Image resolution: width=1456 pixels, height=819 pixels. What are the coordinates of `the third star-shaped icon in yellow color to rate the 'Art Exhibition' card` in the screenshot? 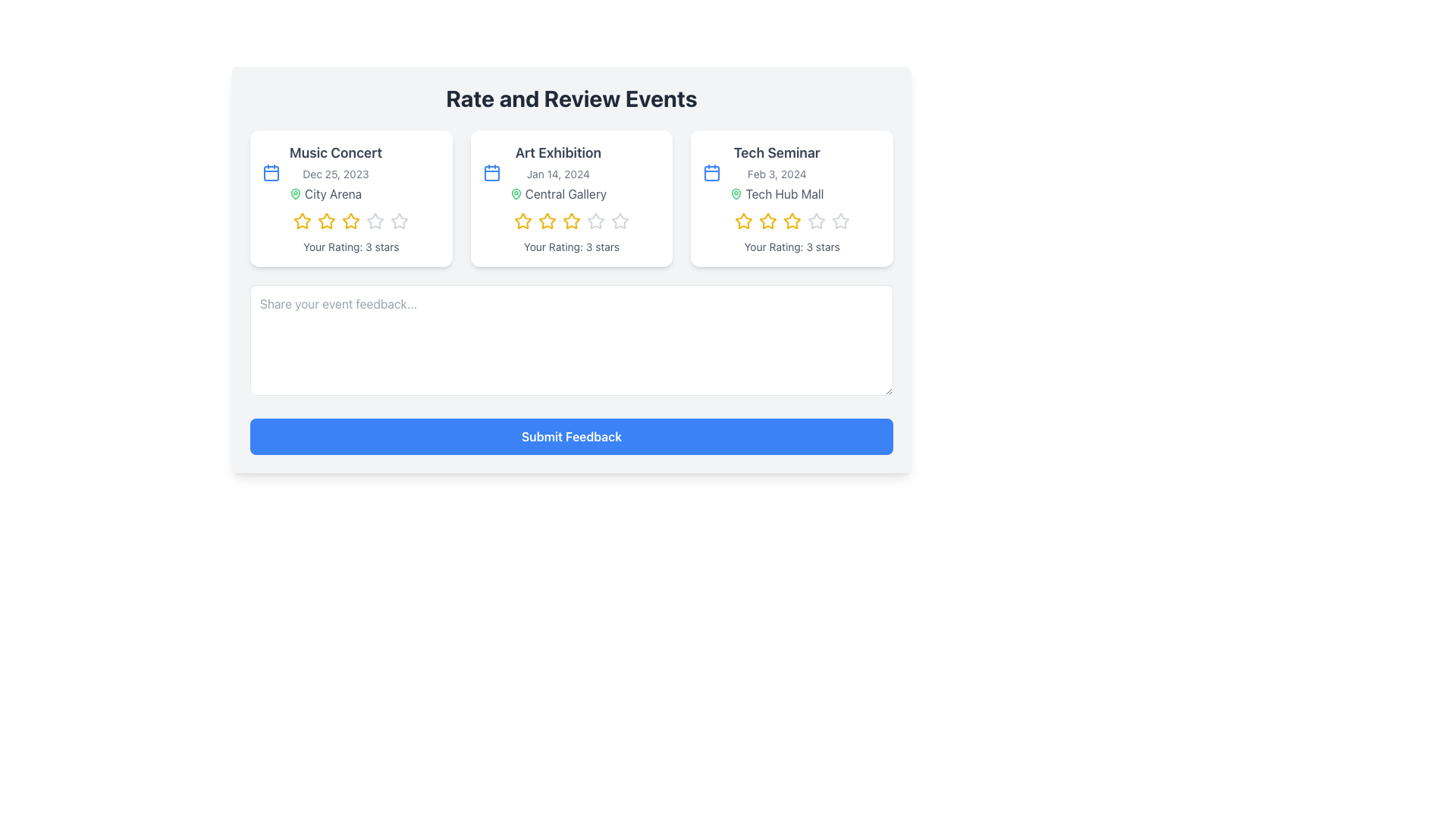 It's located at (546, 221).